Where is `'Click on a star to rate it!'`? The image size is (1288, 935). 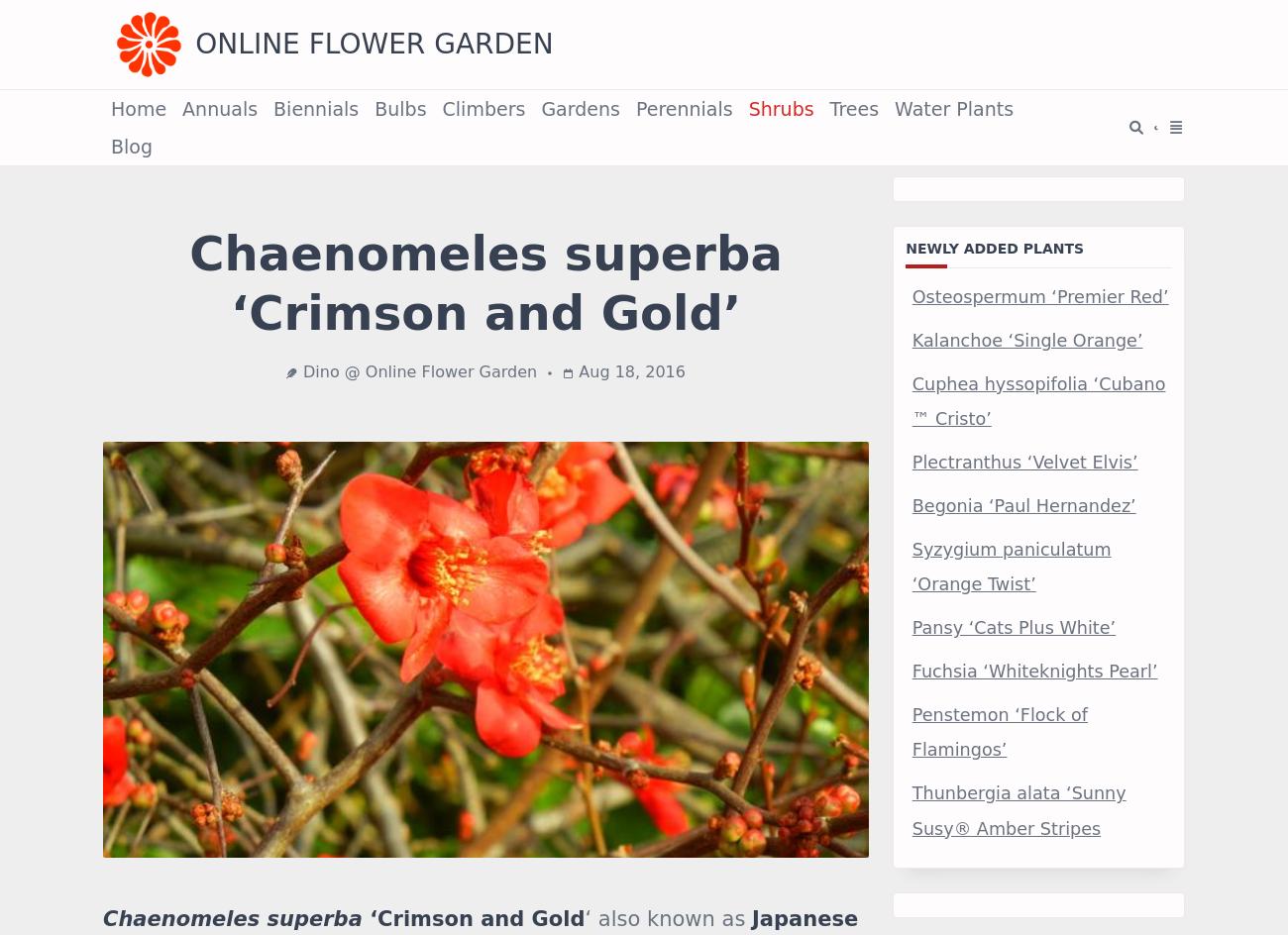 'Click on a star to rate it!' is located at coordinates (229, 192).